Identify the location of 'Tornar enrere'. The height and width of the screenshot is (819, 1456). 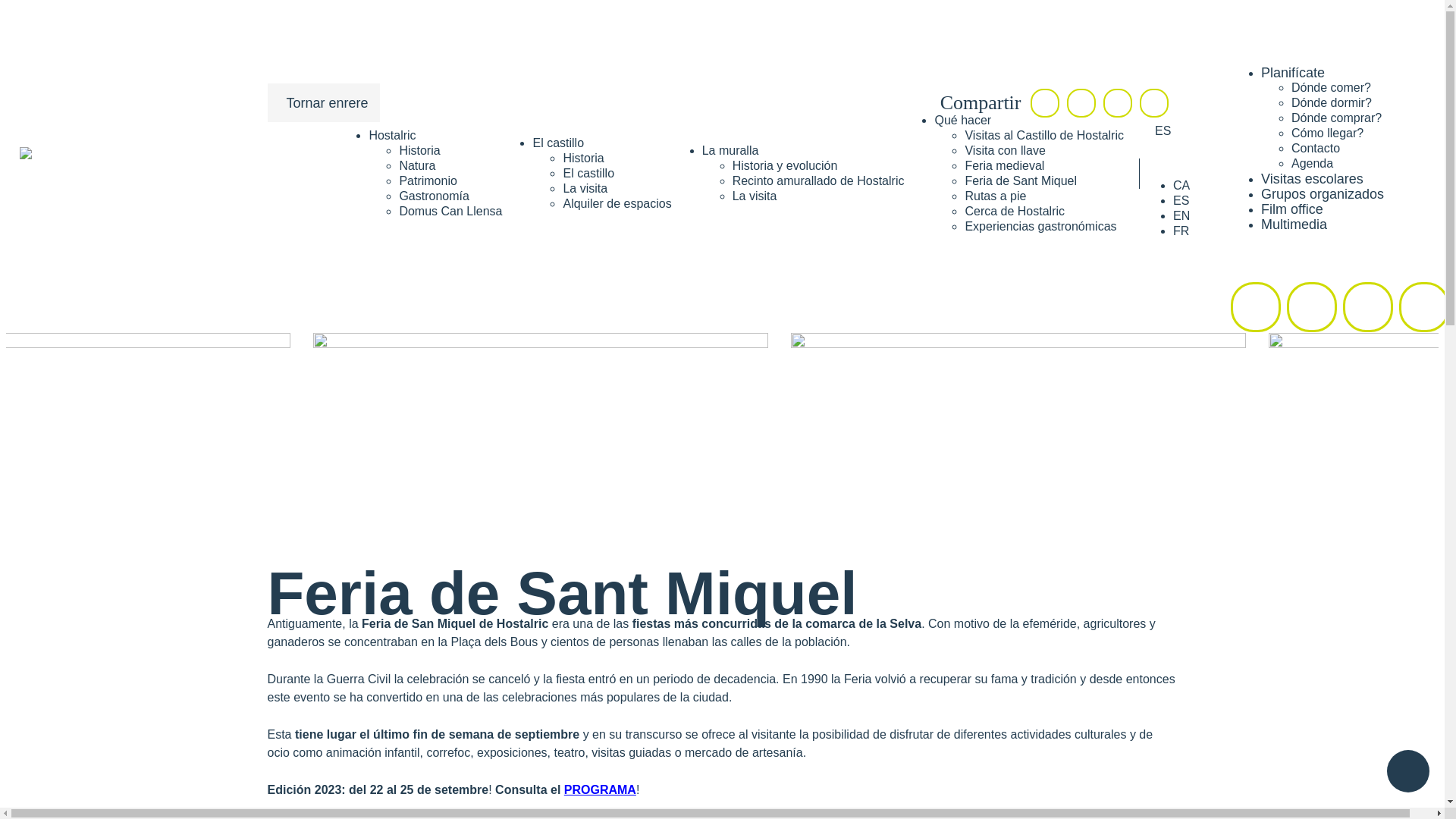
(322, 102).